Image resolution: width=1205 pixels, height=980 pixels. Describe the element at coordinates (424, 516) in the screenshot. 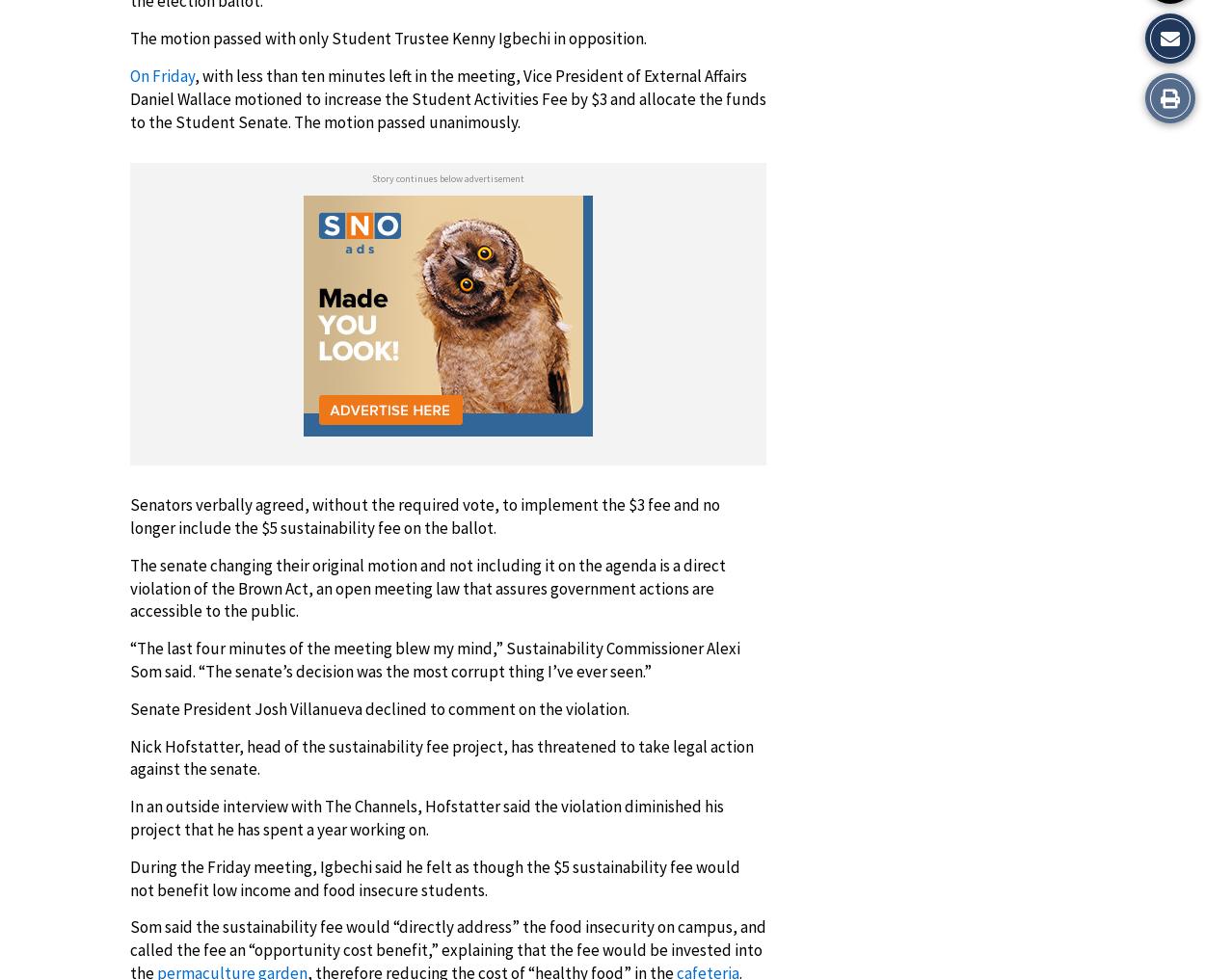

I see `'Senators verbally agreed, without the required vote, to implement the $3 fee and no longer include the $5 sustainability fee on the ballot.'` at that location.